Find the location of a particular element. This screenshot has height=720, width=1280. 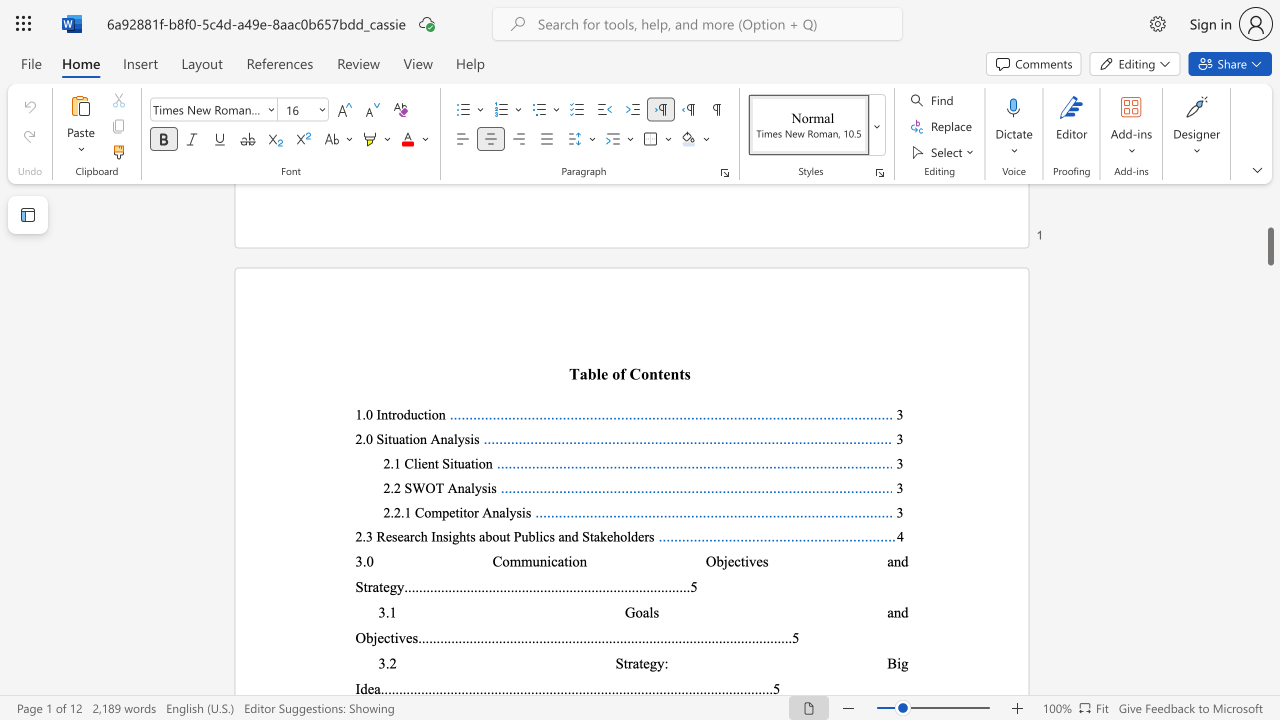

the subset text "..." within the text "........................5" is located at coordinates (769, 637).